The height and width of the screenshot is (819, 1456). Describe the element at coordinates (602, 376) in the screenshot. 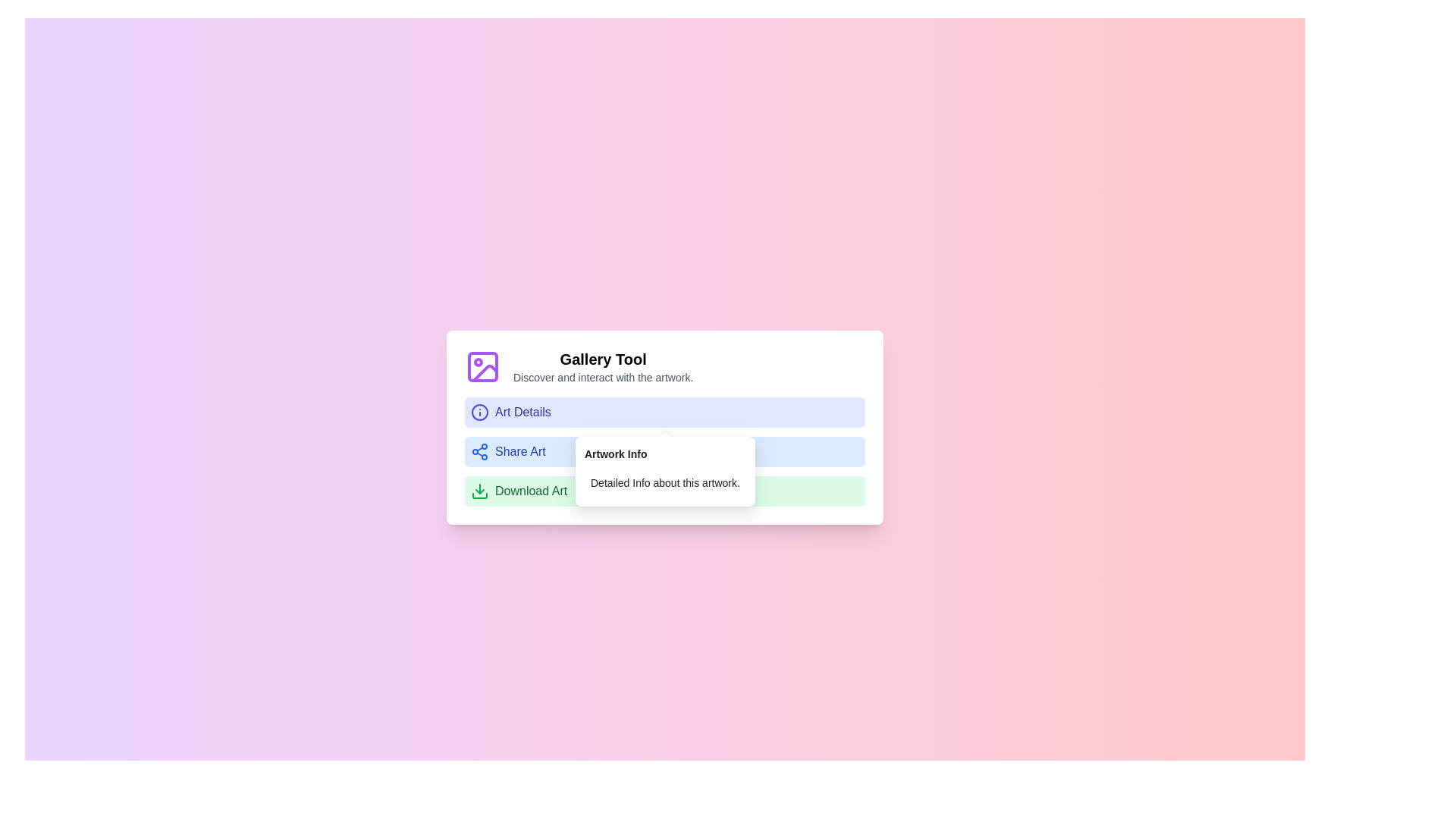

I see `the text label that contains the description 'Discover and interact with the artwork.' located below the title 'Gallery Tool.'` at that location.